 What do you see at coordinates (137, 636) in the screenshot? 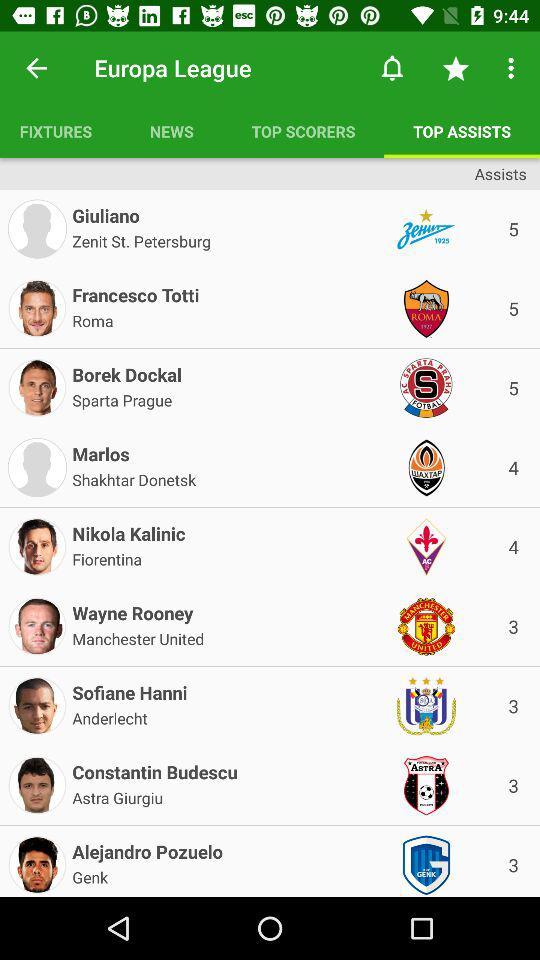
I see `icon below wayne rooney item` at bounding box center [137, 636].